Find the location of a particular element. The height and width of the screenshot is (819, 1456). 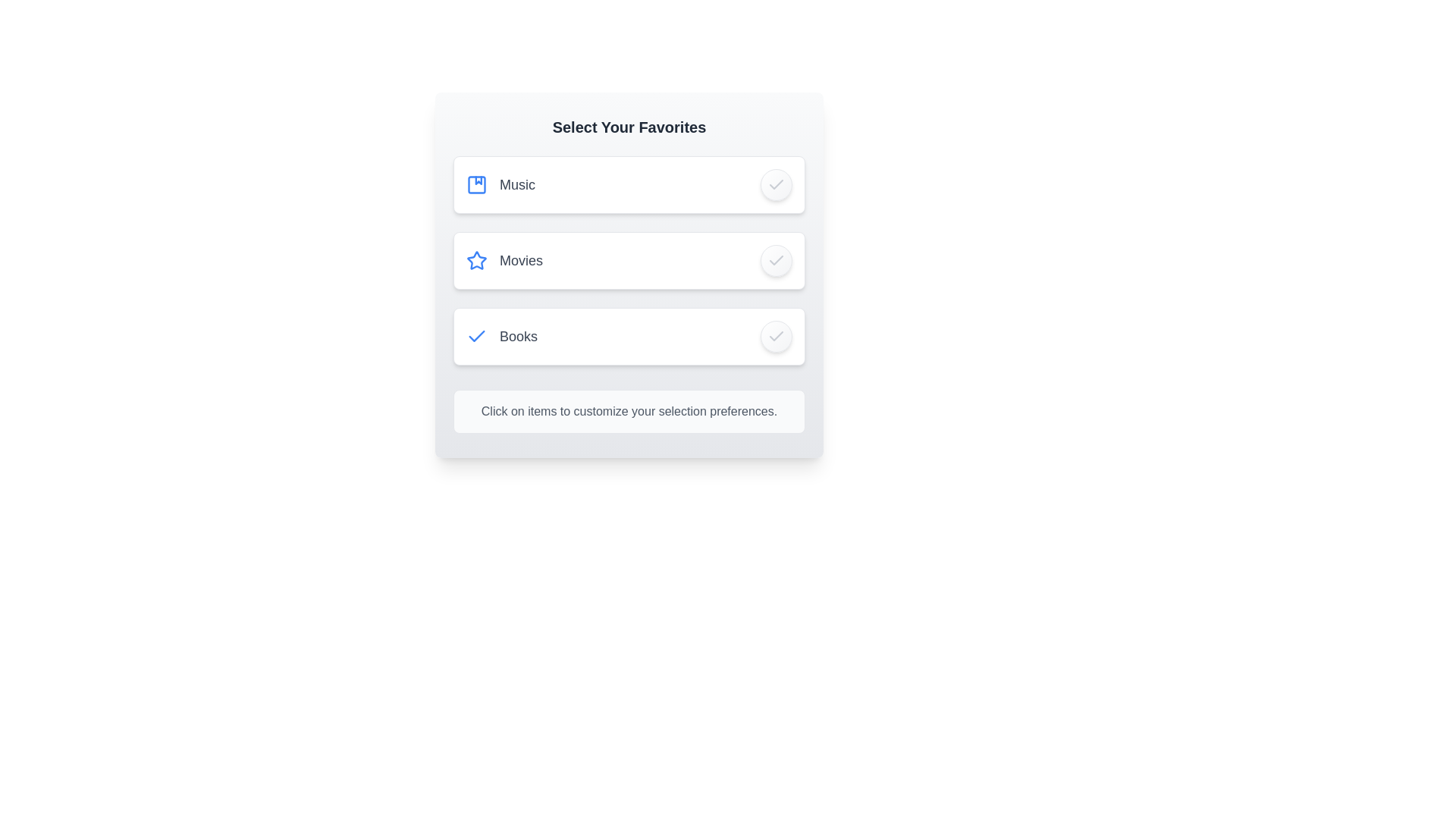

the checkmark icon located on the right side of the third row under the title 'Books', which is represented by a blue checkmark shape is located at coordinates (475, 335).